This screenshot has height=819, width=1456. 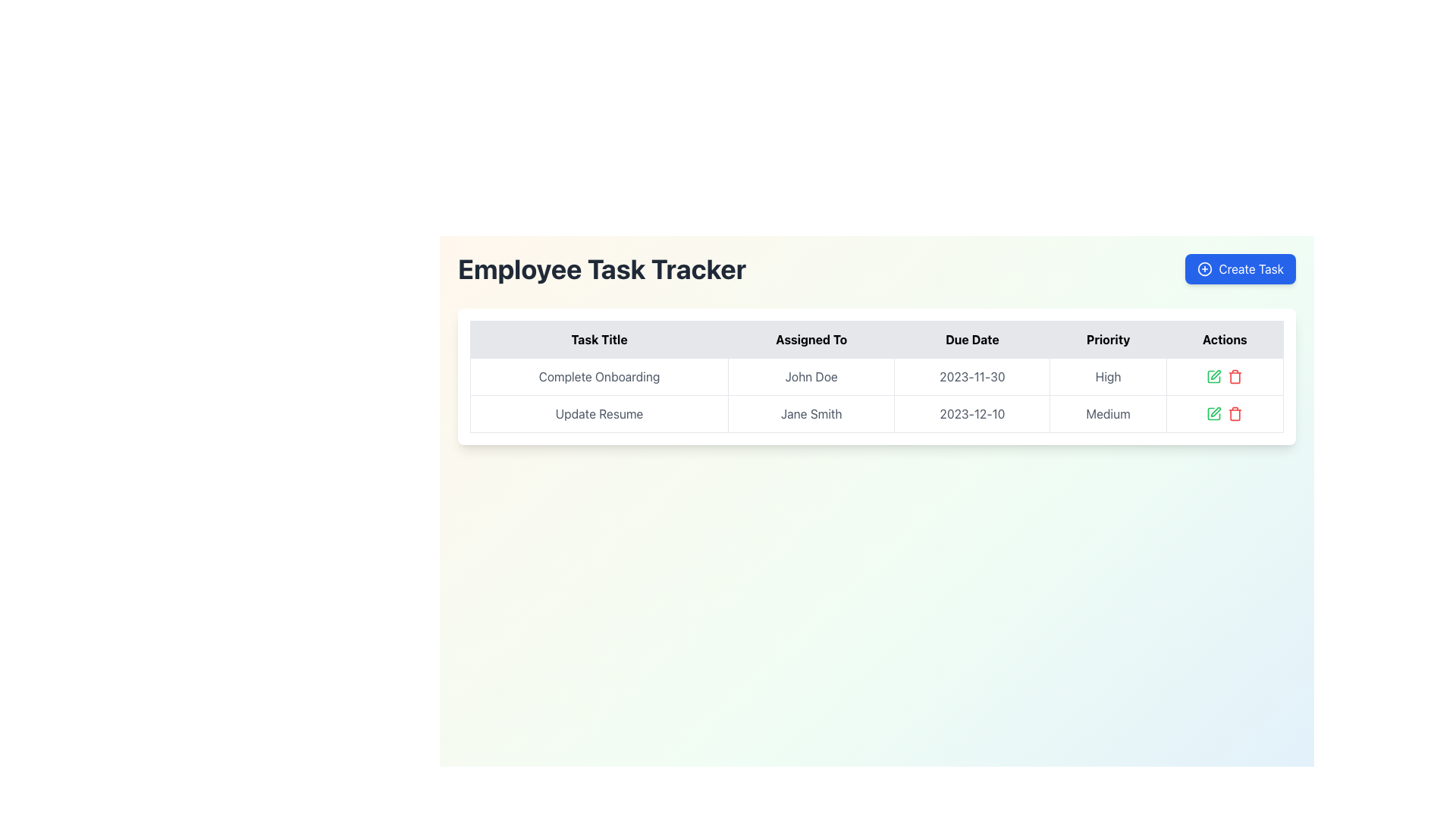 What do you see at coordinates (1235, 414) in the screenshot?
I see `the red trashcan icon button located in the 'Actions' column of the table` at bounding box center [1235, 414].